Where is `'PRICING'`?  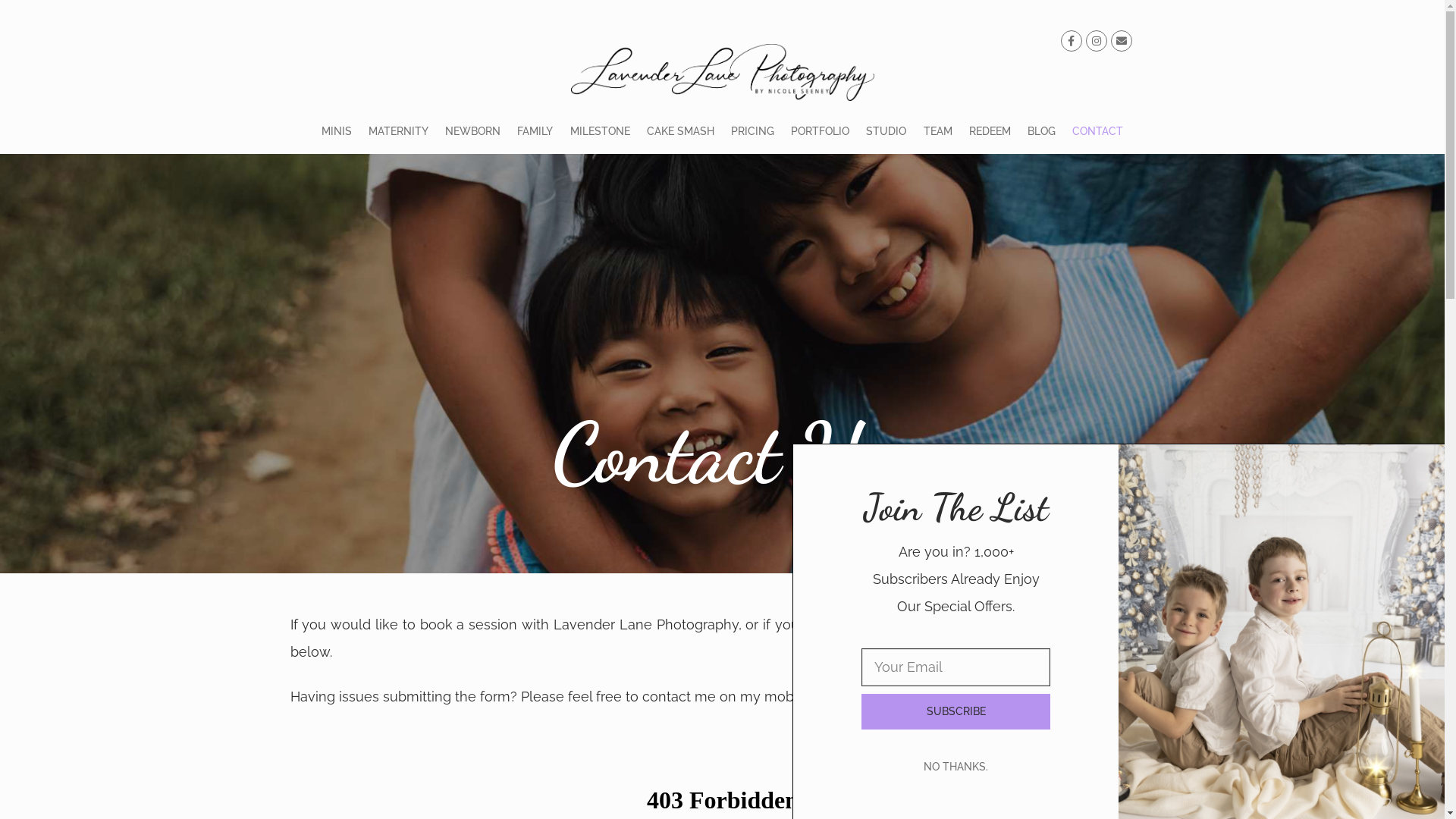
'PRICING' is located at coordinates (752, 130).